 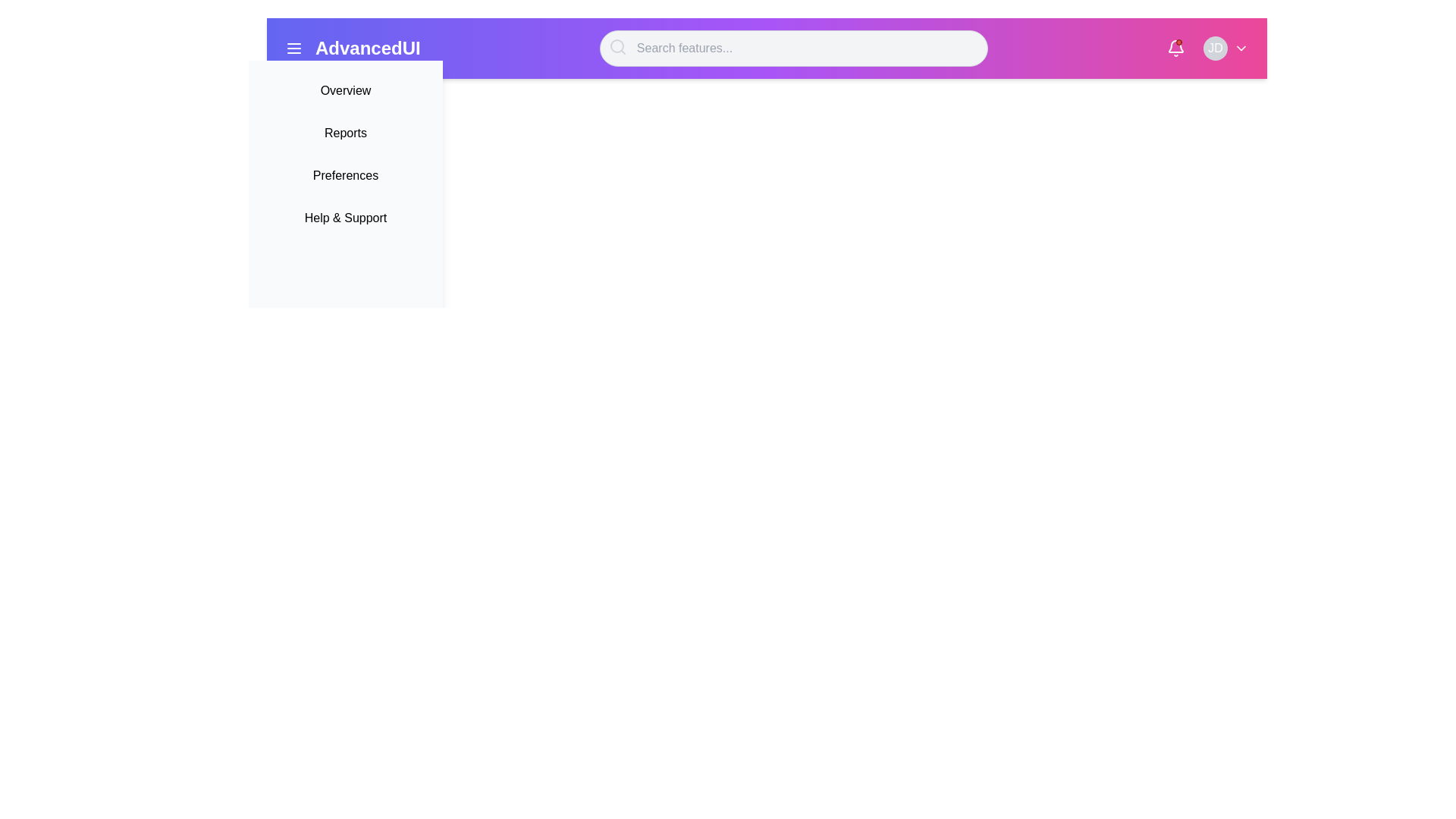 I want to click on the 'Preferences' button, which is the third item in a vertical list of menu items in the drop-down menu, positioned below 'Reports' and above 'Help & Support', so click(x=345, y=174).